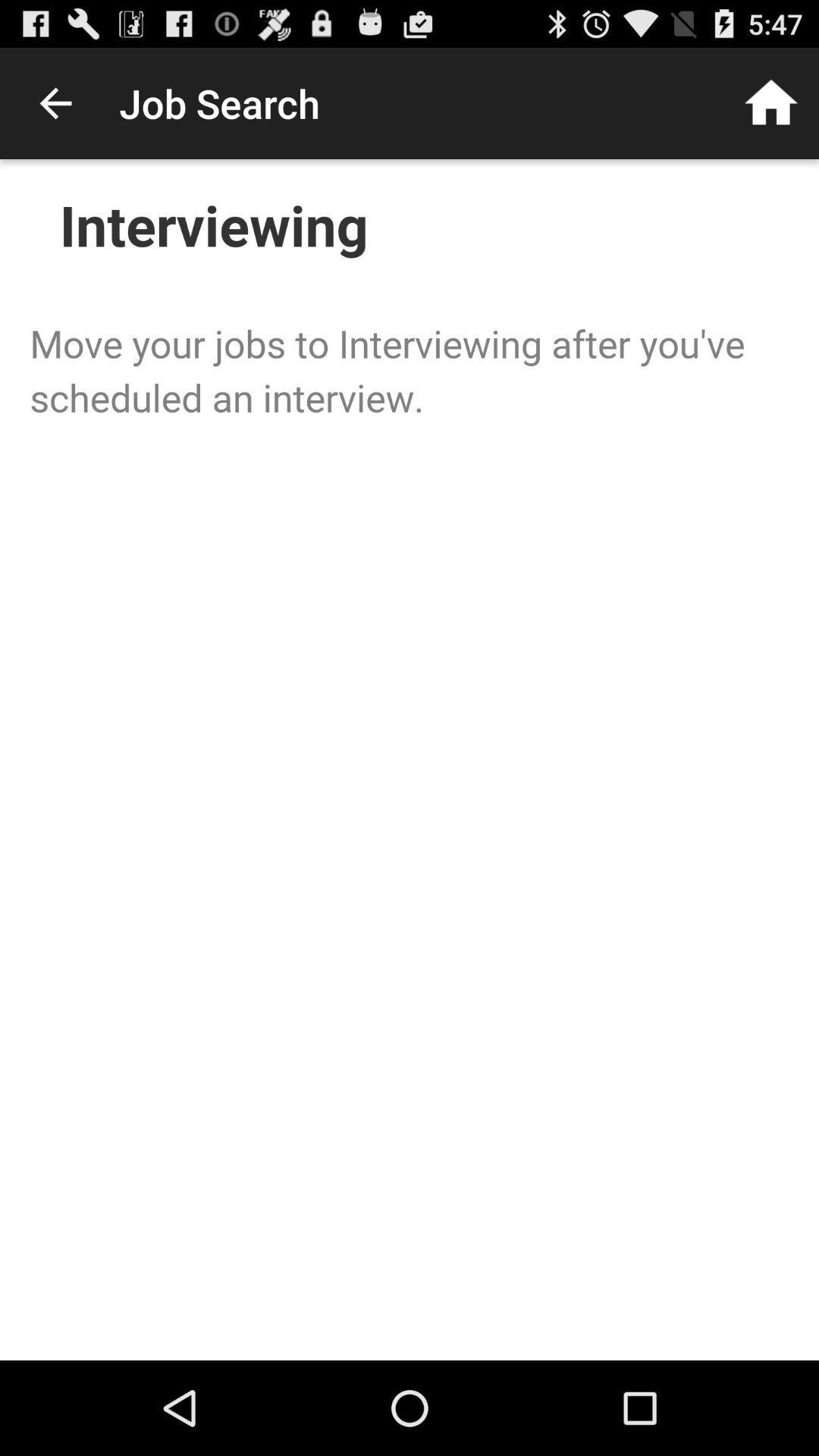  Describe the element at coordinates (409, 760) in the screenshot. I see `search page` at that location.